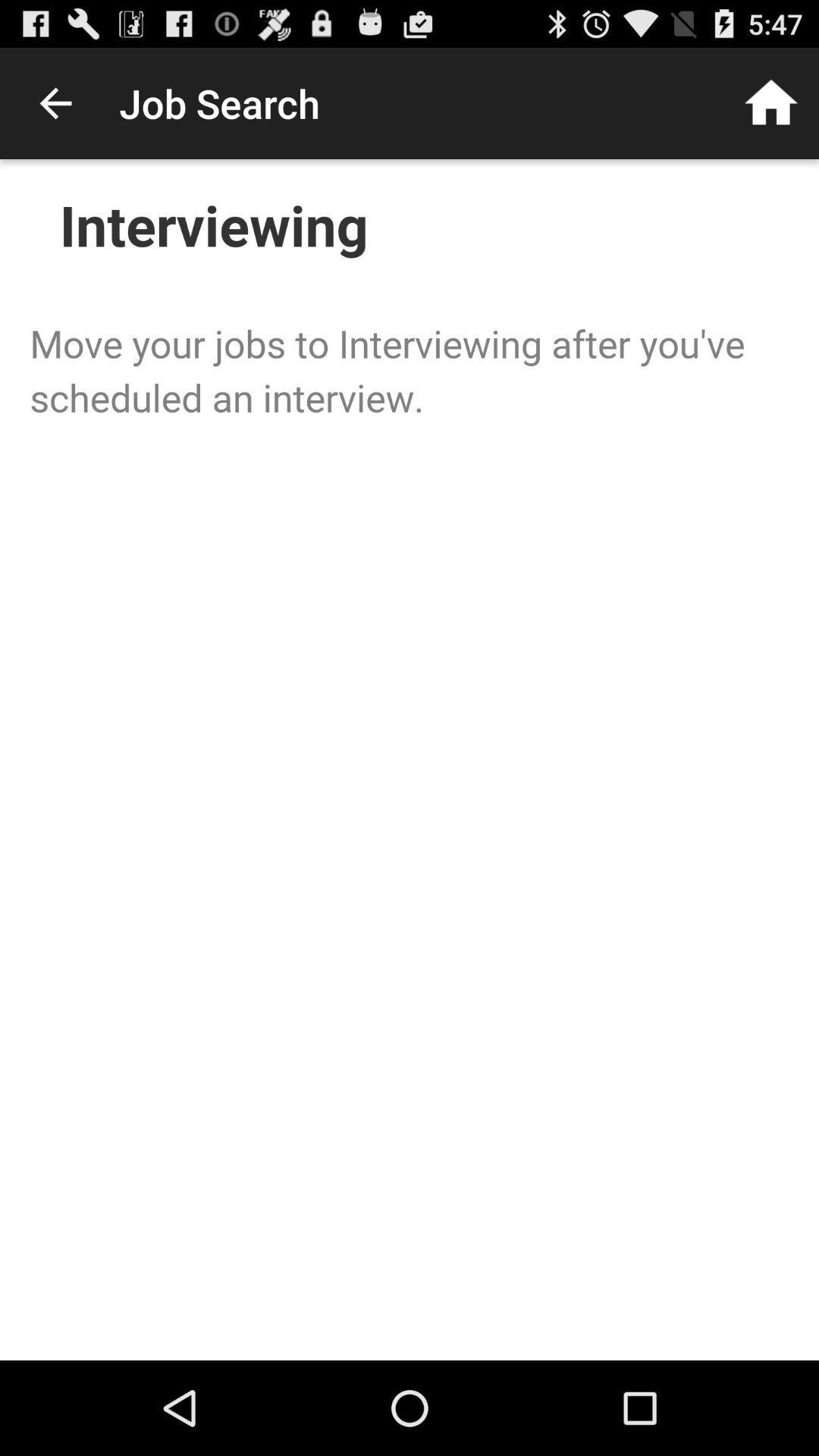  Describe the element at coordinates (409, 760) in the screenshot. I see `search page` at that location.